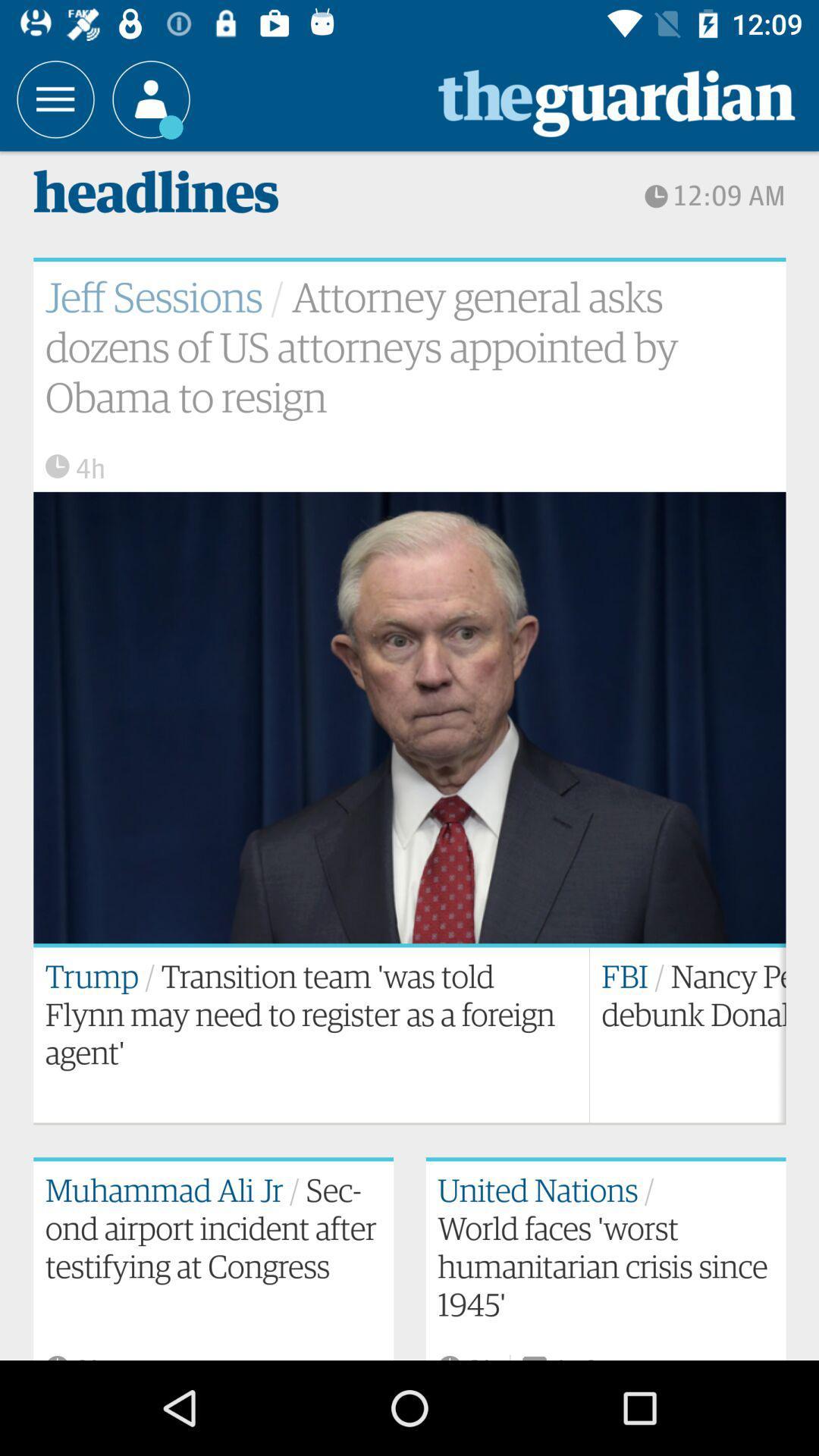  What do you see at coordinates (213, 1259) in the screenshot?
I see `the bottom left text` at bounding box center [213, 1259].